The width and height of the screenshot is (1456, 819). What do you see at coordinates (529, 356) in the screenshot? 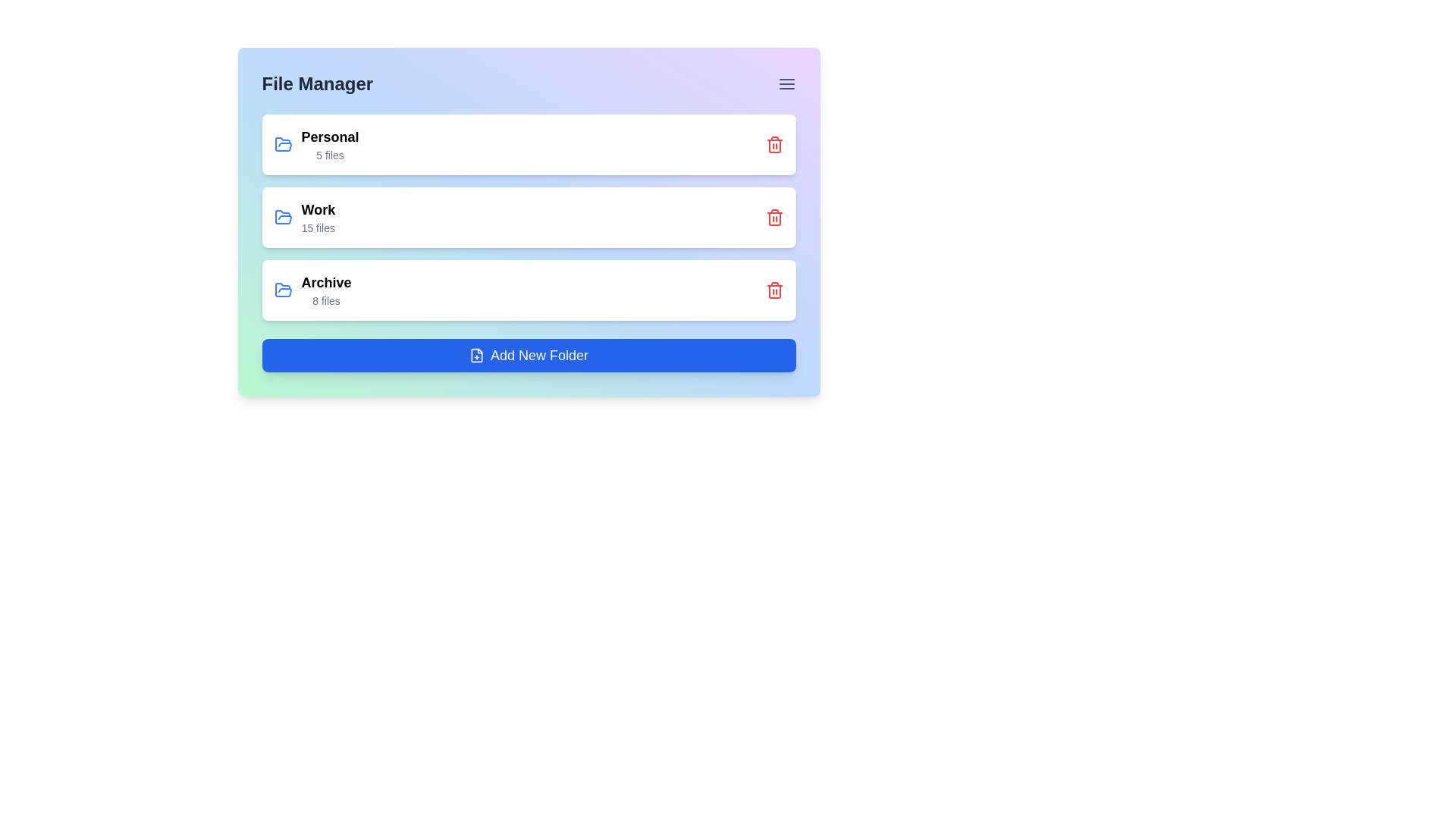
I see `the 'Add New Folder' button` at bounding box center [529, 356].